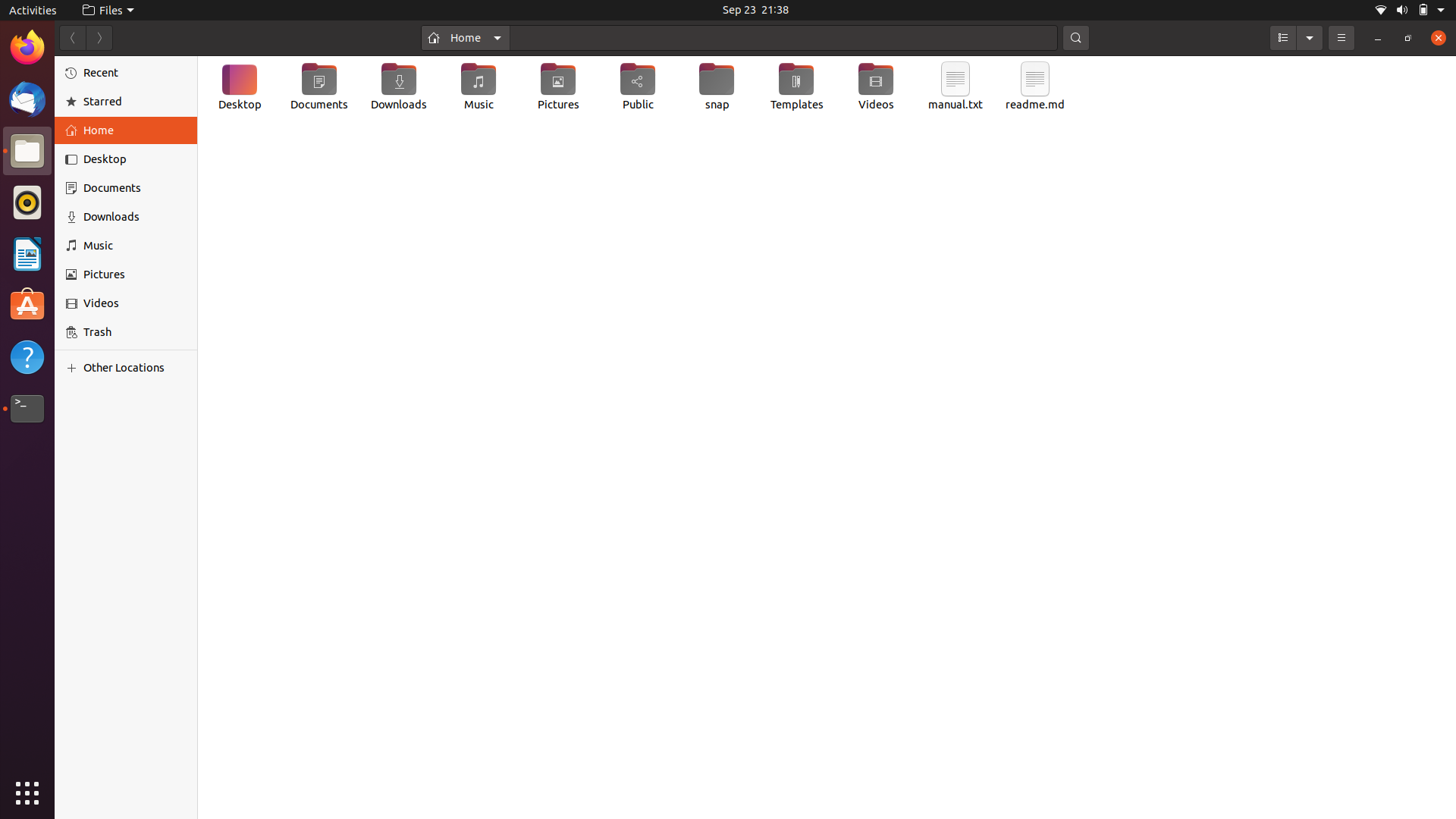 The width and height of the screenshot is (1456, 819). Describe the element at coordinates (126, 71) in the screenshot. I see `the "Recents" category by clicking on it` at that location.